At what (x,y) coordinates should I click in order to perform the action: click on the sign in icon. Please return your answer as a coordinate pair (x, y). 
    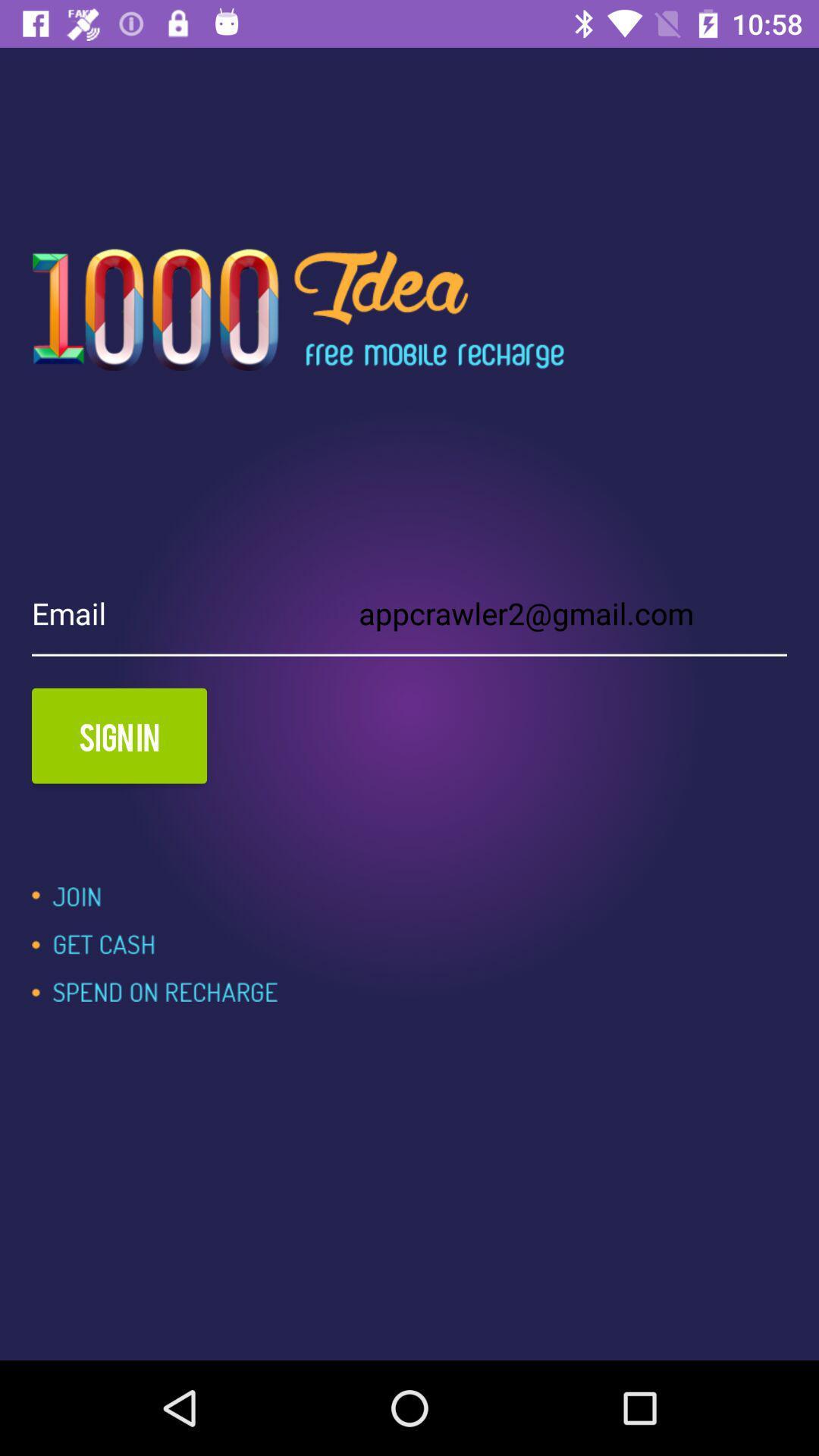
    Looking at the image, I should click on (118, 736).